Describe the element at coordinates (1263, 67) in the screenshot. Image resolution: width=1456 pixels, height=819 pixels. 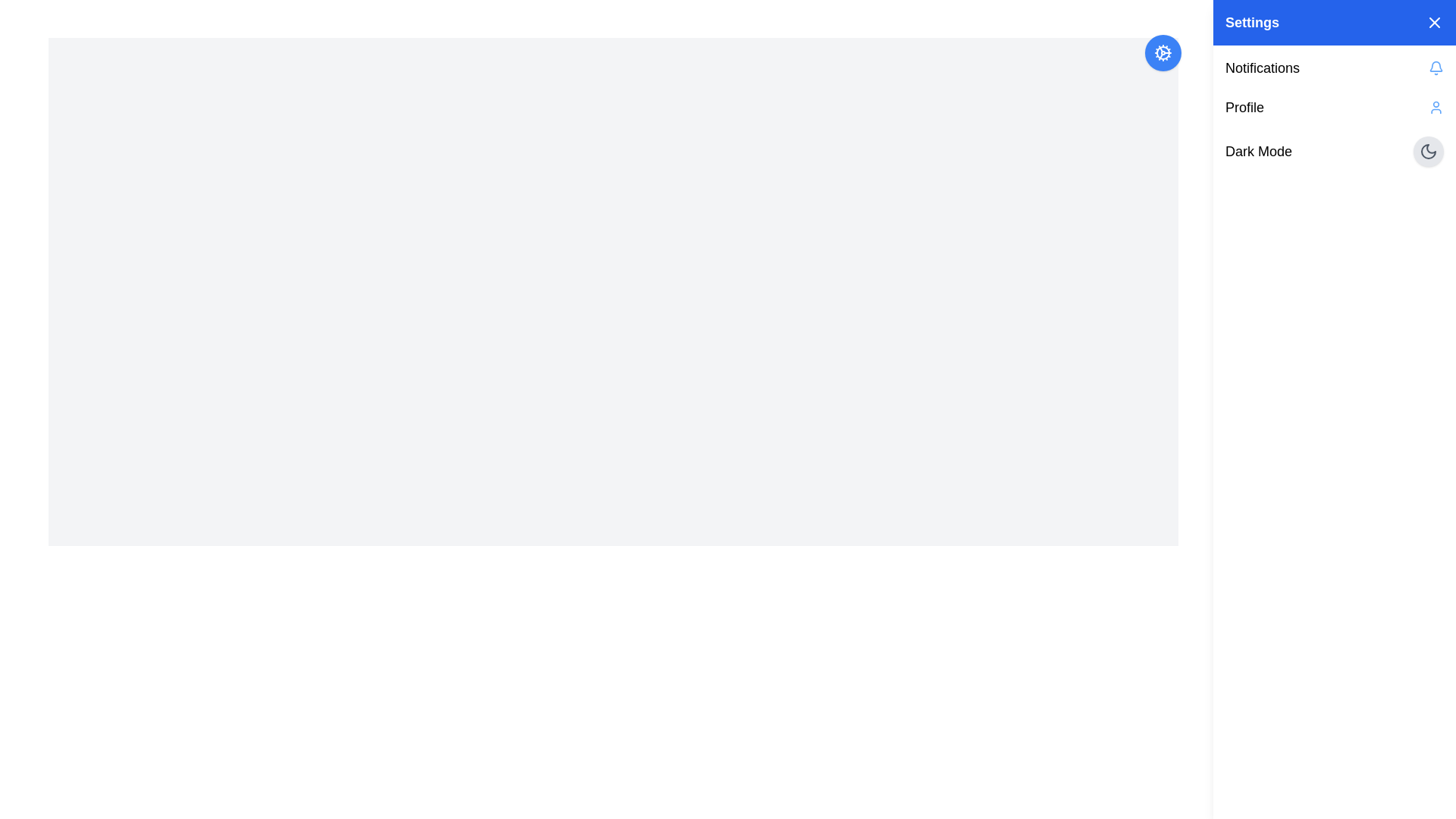
I see `'Notifications' label located at the top of the sidebar on the right-hand side of the interface` at that location.